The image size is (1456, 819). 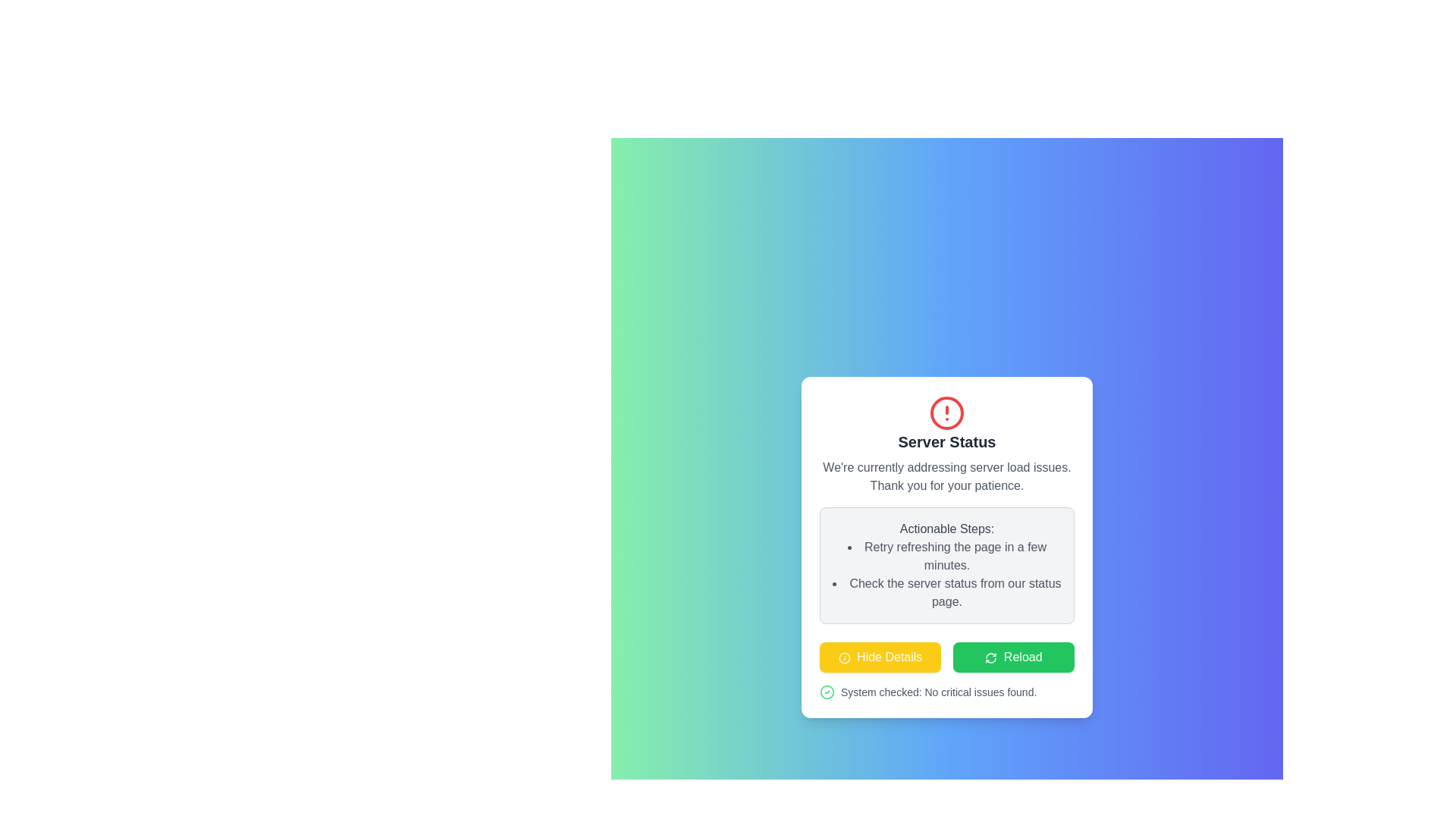 I want to click on the static text reading 'Retry refreshing the page in a few minutes.' which is the first item in the actionable steps list, styled in gray font and preceded by a bullet point, so click(x=946, y=556).